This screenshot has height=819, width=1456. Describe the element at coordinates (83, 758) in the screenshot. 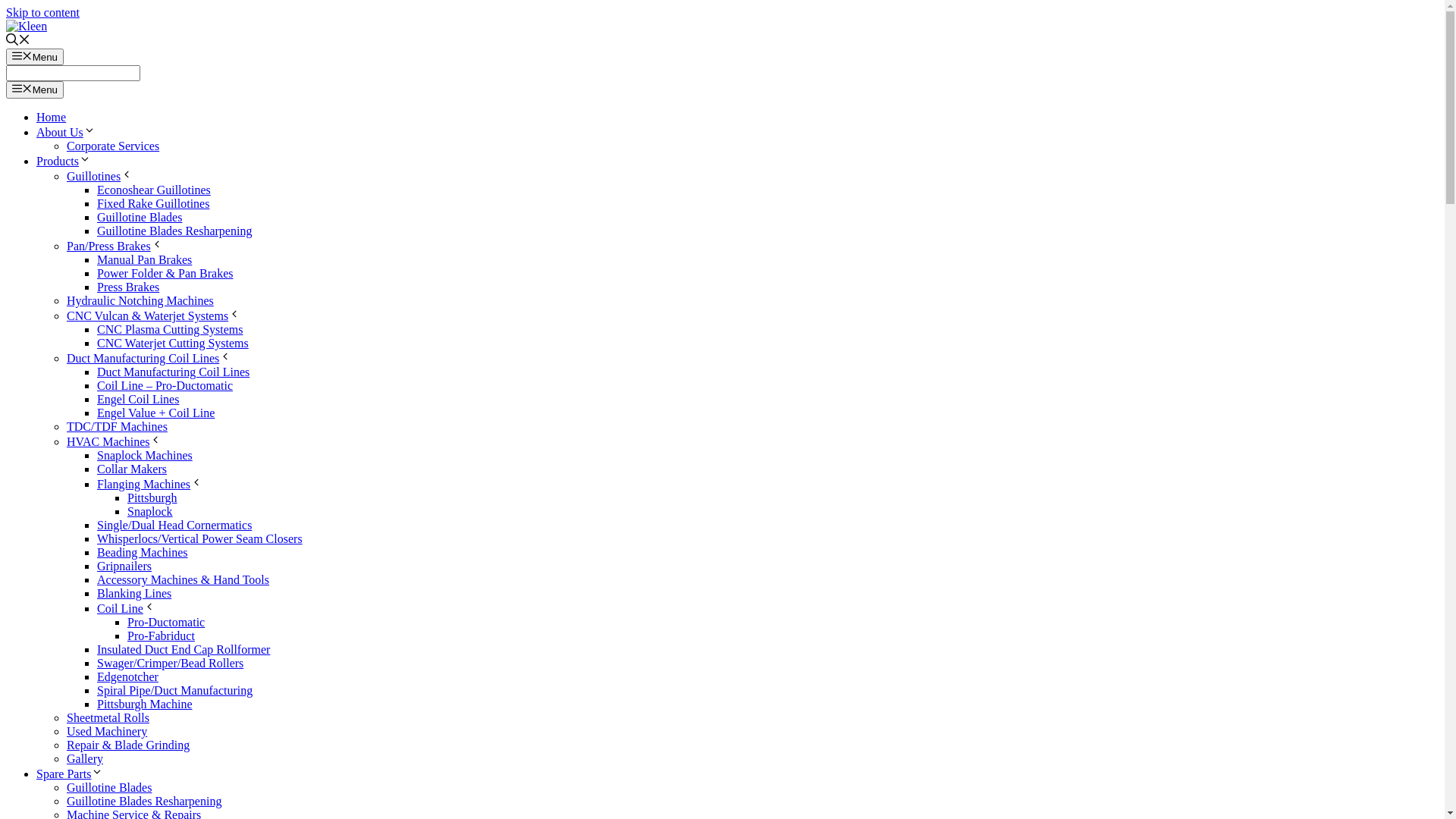

I see `'Gallery'` at that location.